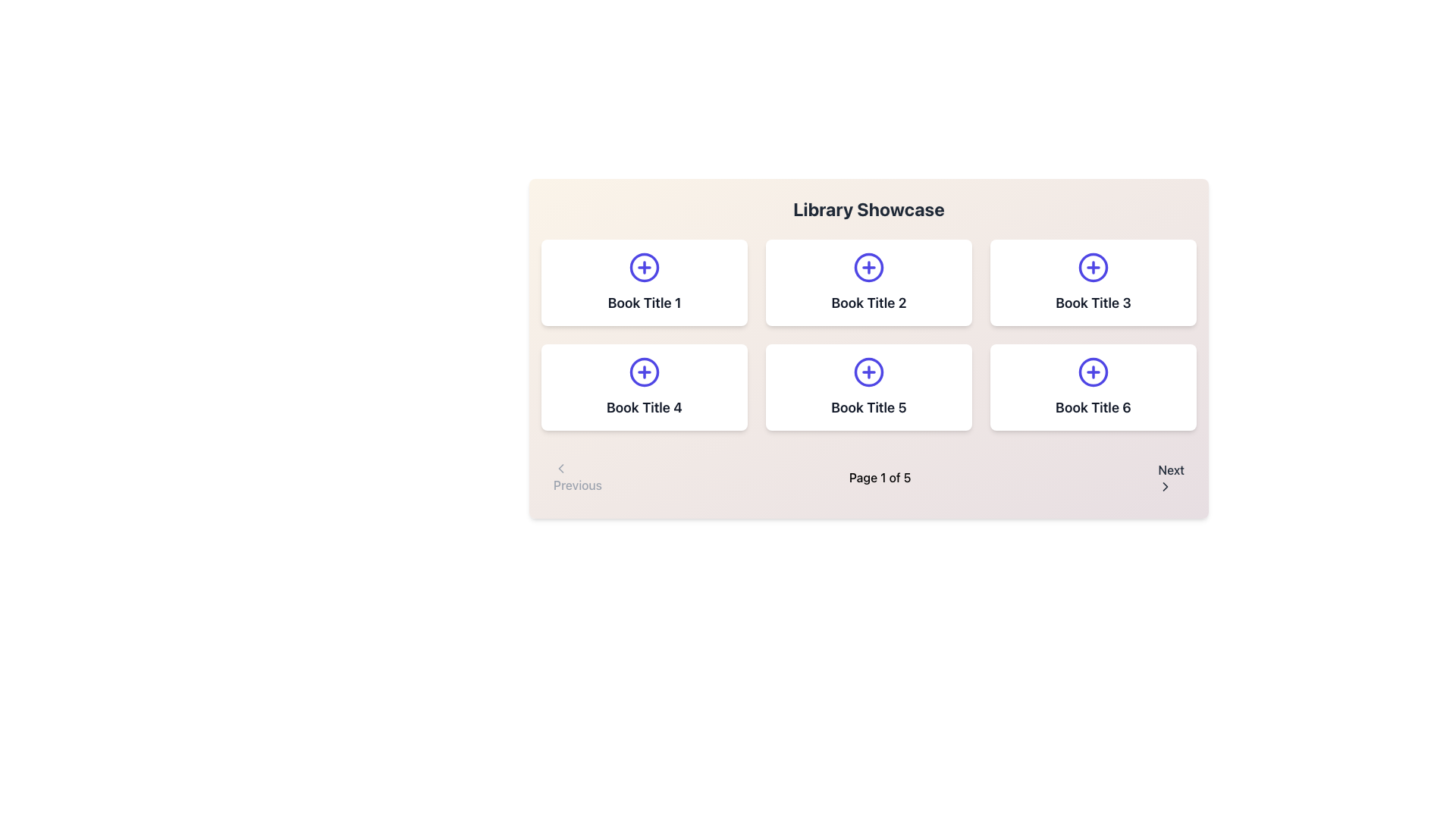  Describe the element at coordinates (644, 267) in the screenshot. I see `the circular '+' button with a blue color scheme located above the text 'Book Title 1' in the first card of the grid layout` at that location.